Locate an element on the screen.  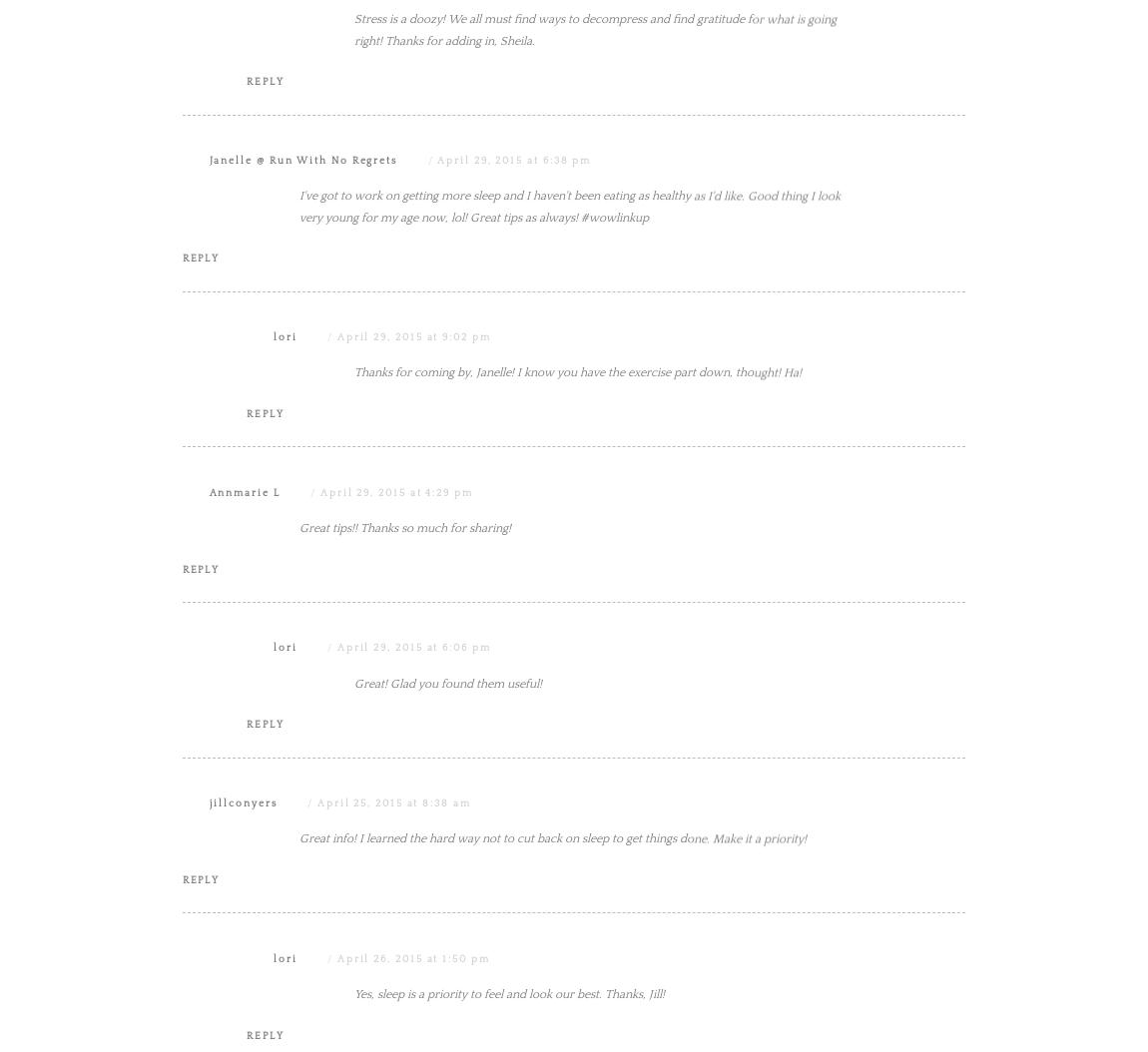
'April 29, 2015 at 8:43 pm' is located at coordinates (424, 8).